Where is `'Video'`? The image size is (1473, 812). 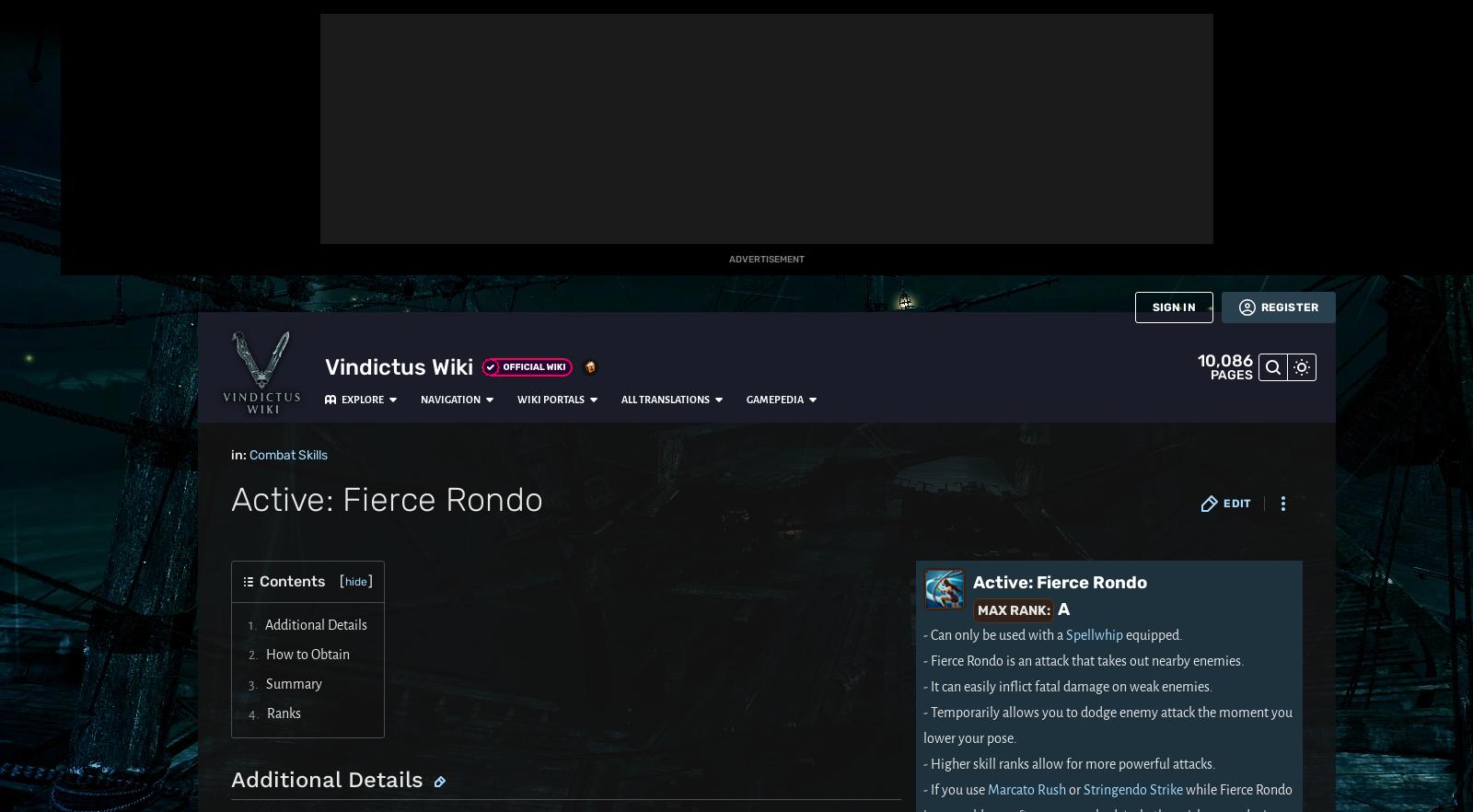
'Video' is located at coordinates (29, 528).